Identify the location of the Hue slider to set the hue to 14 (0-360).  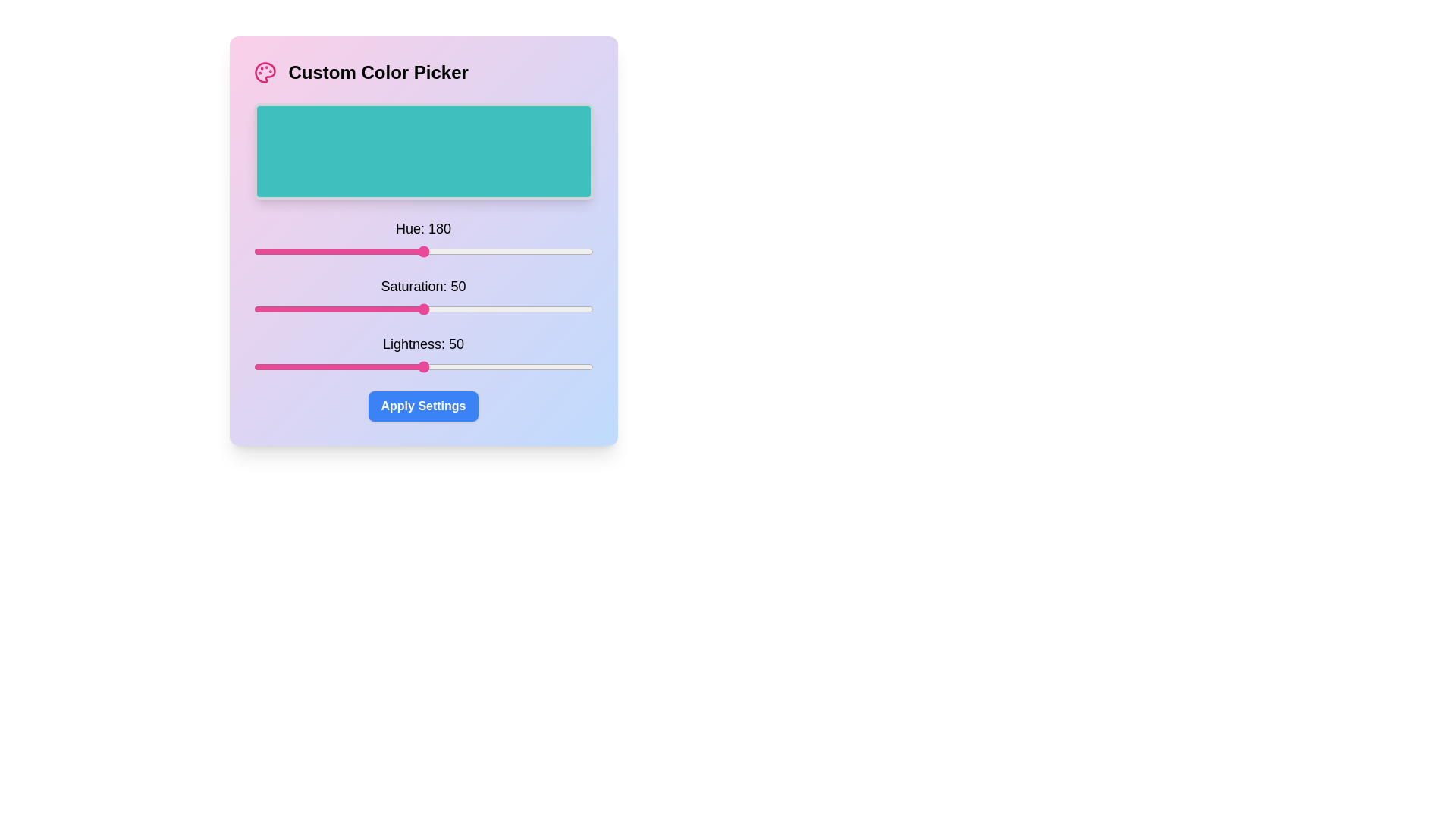
(266, 250).